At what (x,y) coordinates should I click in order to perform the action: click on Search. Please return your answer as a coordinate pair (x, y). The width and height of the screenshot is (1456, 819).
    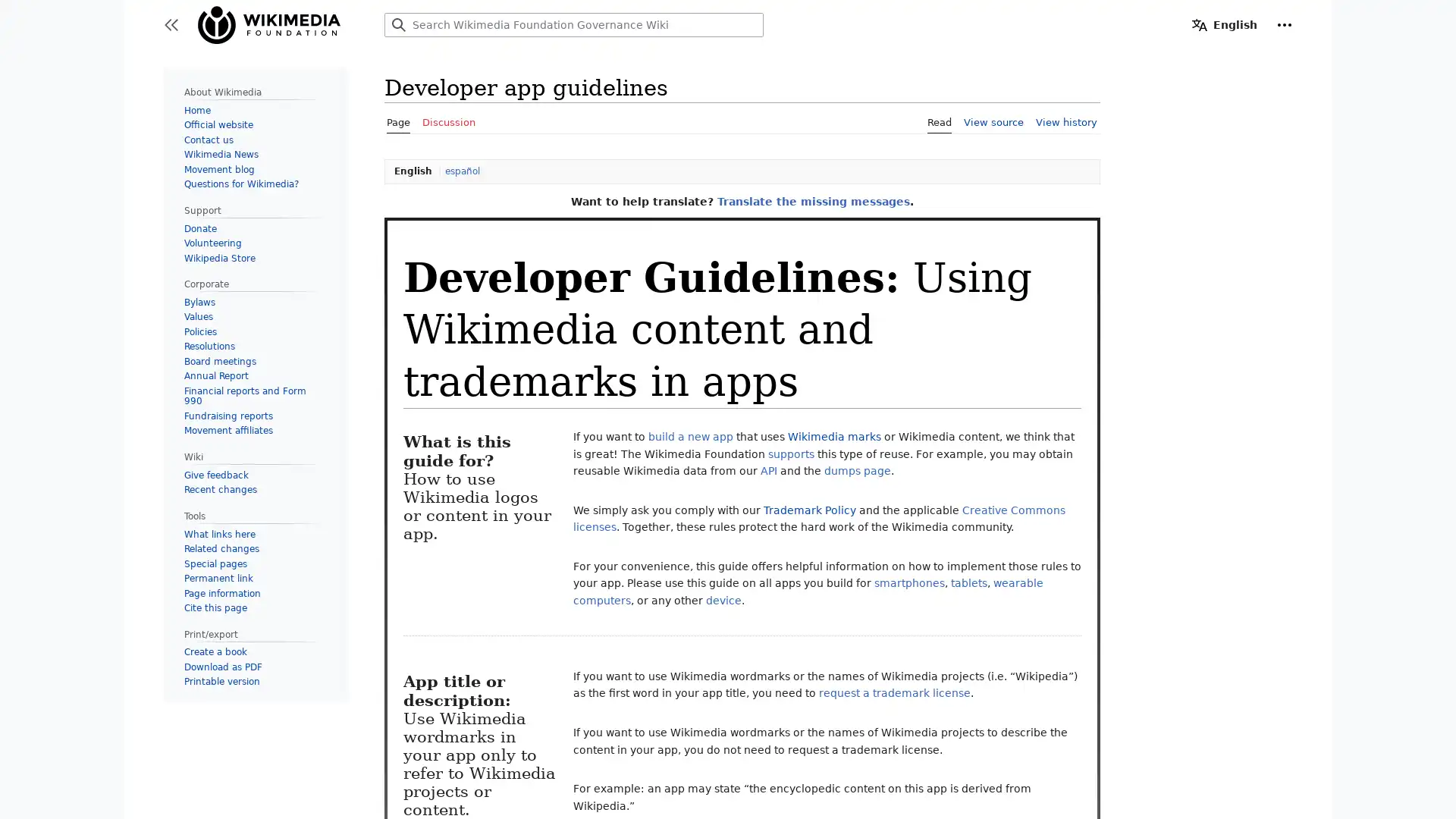
    Looking at the image, I should click on (399, 25).